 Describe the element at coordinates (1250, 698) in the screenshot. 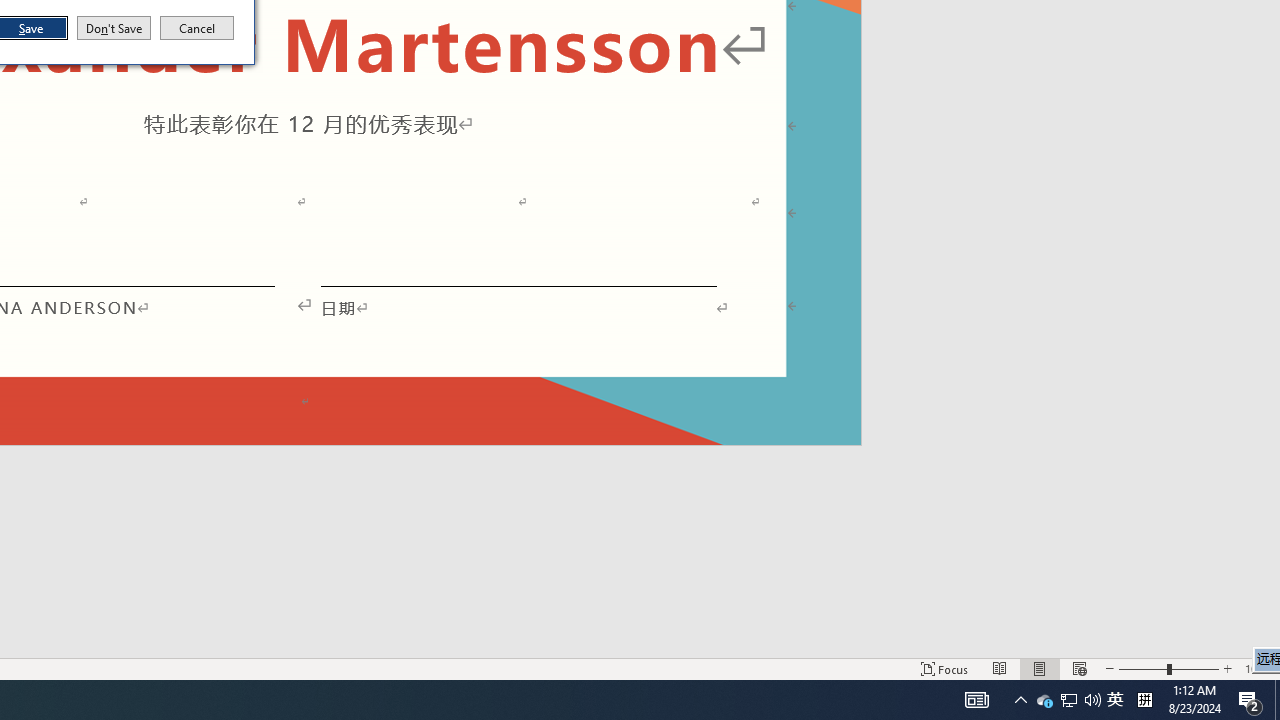

I see `'Action Center, 2 new notifications'` at that location.